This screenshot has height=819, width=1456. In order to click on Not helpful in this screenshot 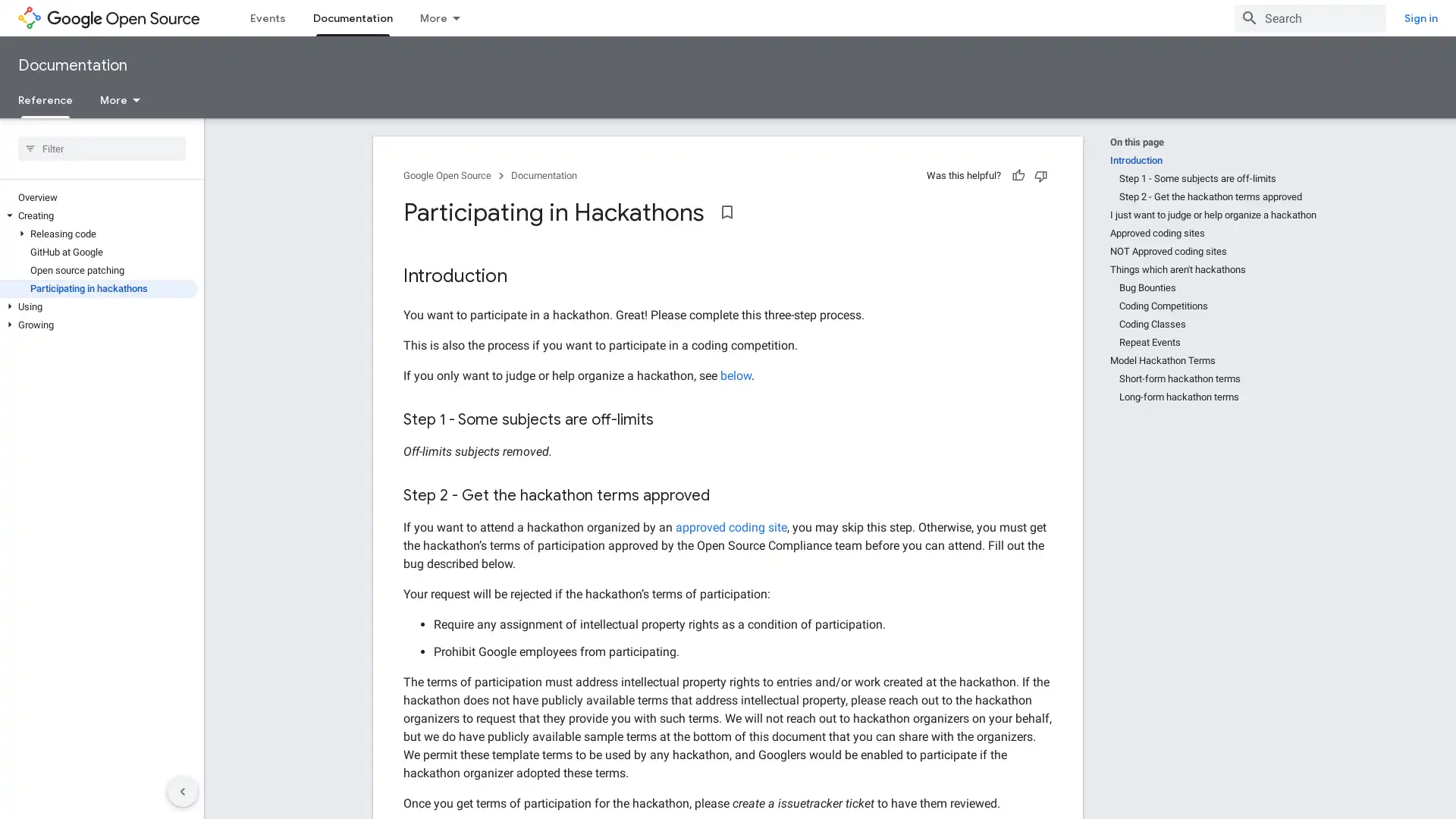, I will do `click(1040, 174)`.